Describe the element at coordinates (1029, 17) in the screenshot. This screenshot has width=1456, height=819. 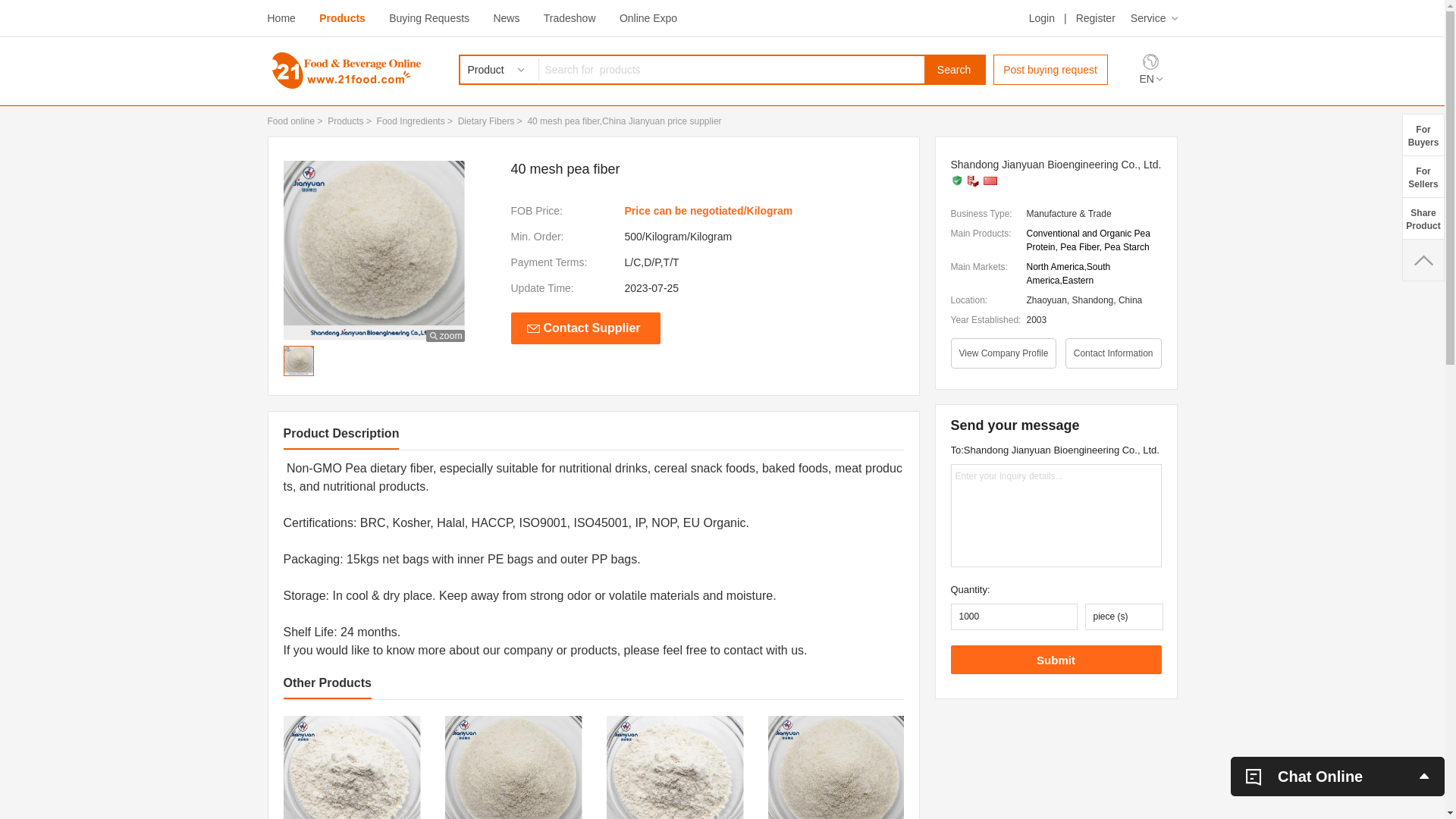
I see `'Login'` at that location.